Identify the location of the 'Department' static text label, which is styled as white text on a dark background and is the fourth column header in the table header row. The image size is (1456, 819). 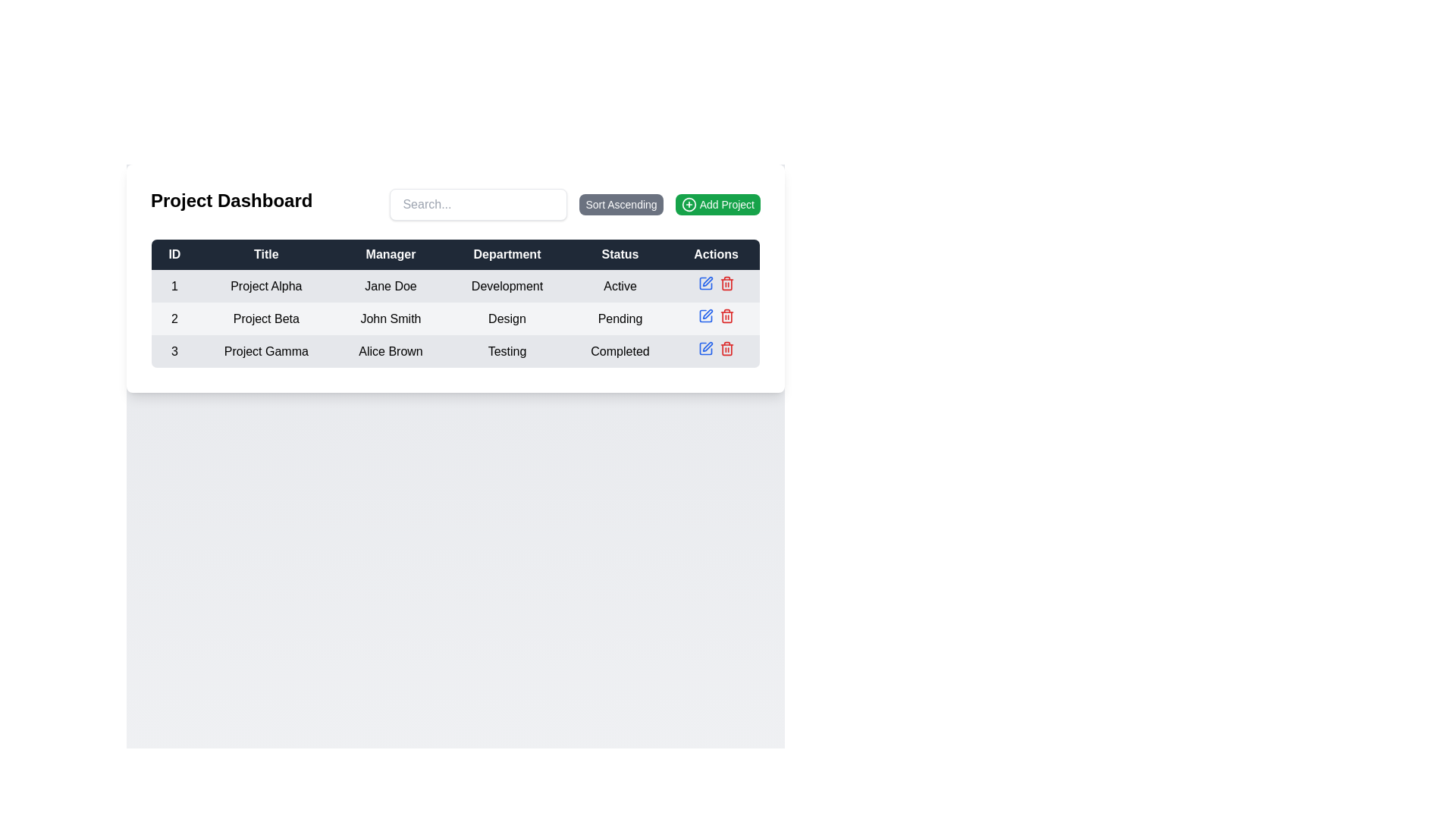
(507, 253).